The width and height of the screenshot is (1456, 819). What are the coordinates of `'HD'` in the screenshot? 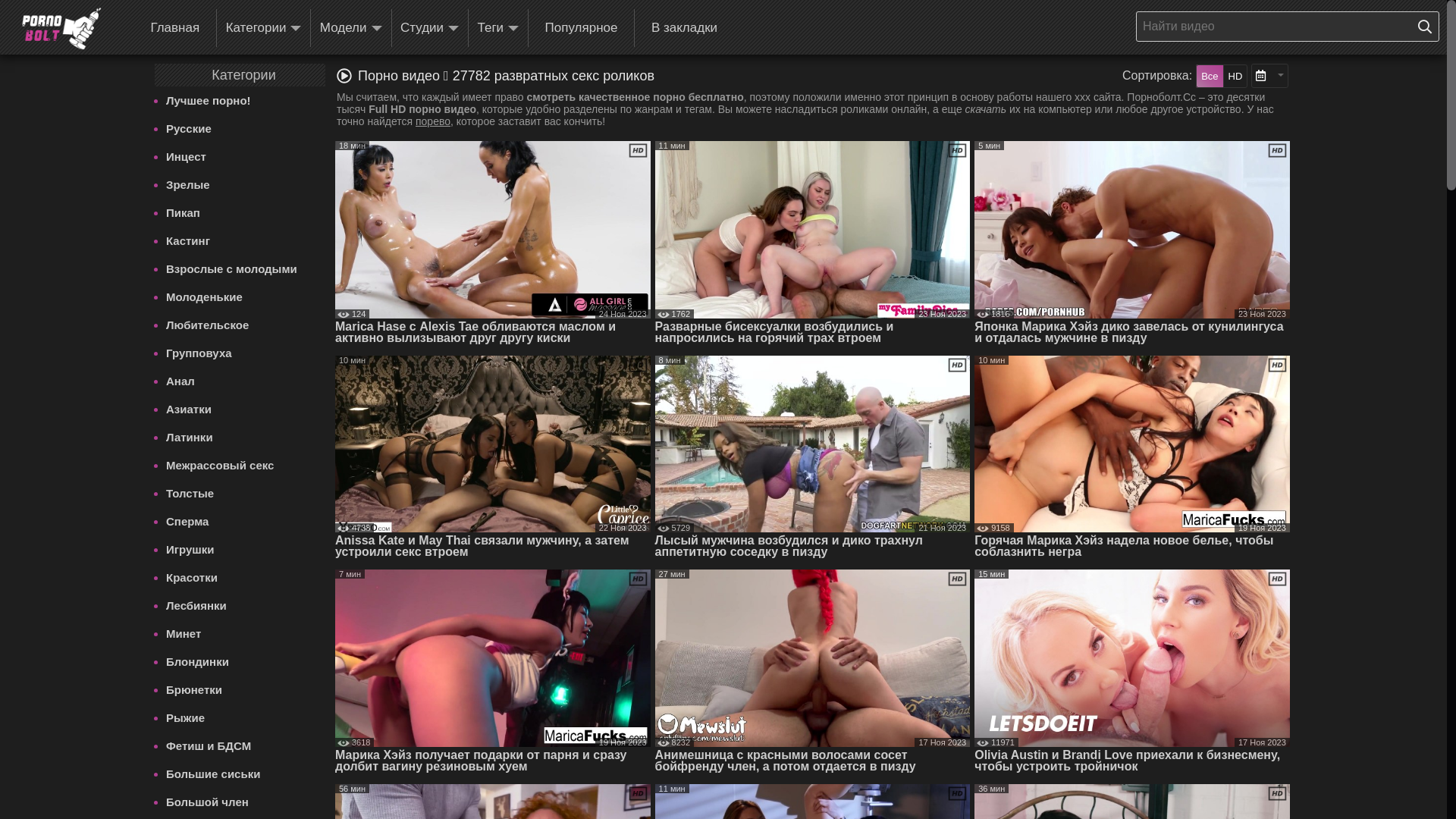 It's located at (1222, 76).